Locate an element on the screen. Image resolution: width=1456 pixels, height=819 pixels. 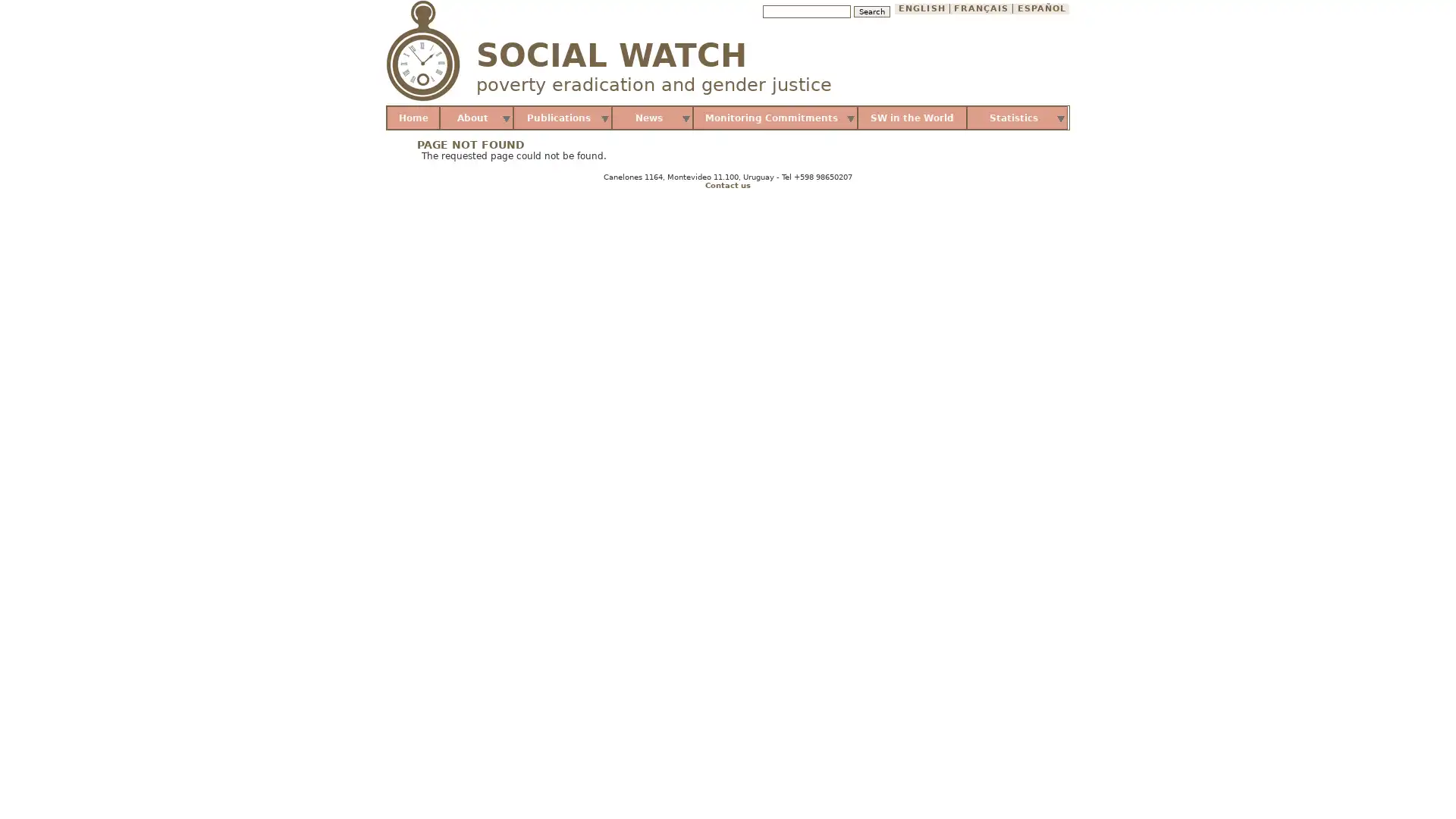
Search is located at coordinates (871, 11).